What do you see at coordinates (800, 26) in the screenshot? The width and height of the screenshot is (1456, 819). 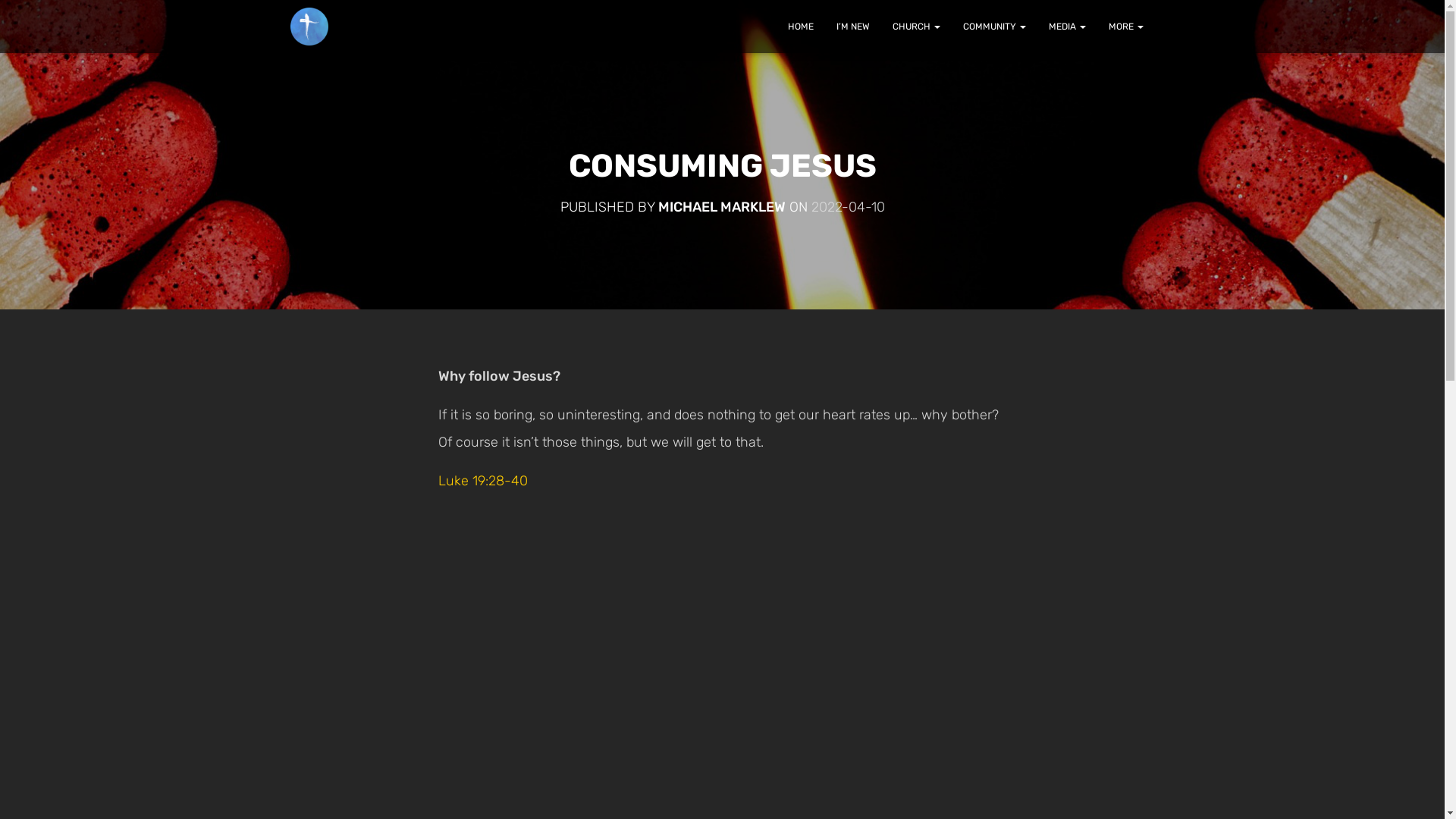 I see `'HOME'` at bounding box center [800, 26].